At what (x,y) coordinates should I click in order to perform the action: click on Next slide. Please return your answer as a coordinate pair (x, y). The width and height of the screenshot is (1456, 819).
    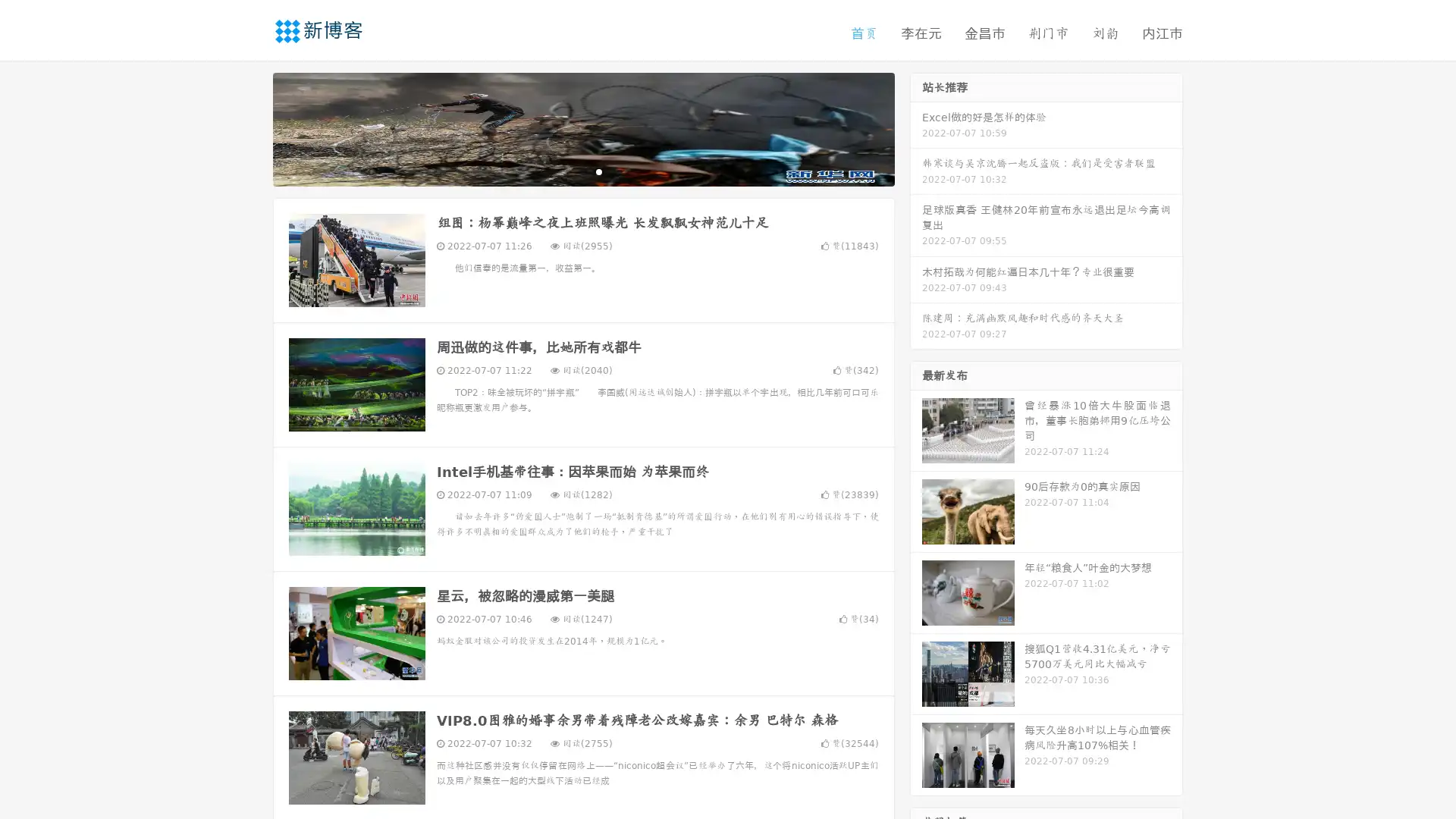
    Looking at the image, I should click on (916, 127).